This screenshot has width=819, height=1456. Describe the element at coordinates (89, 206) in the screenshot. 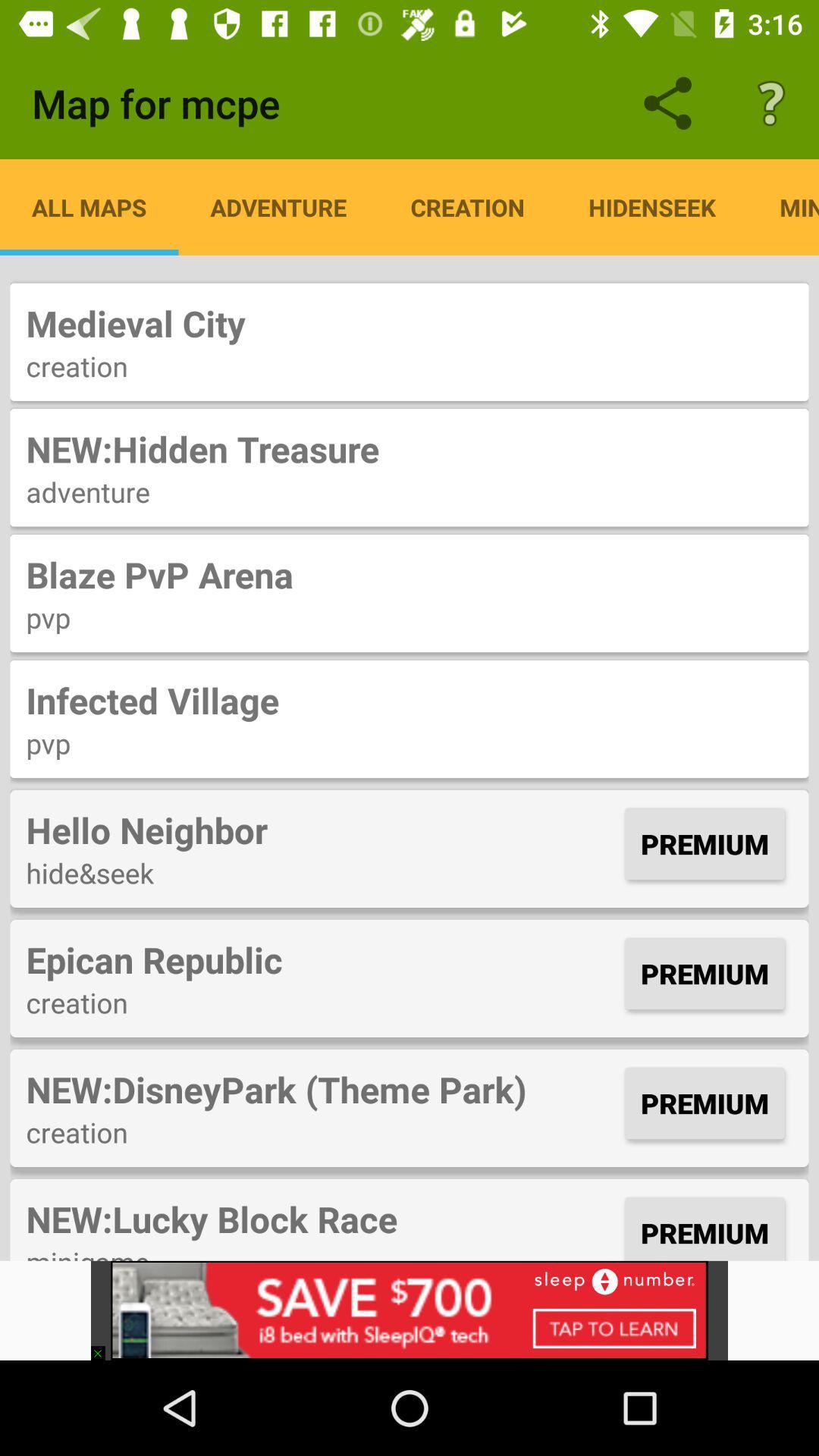

I see `app next to the adventure` at that location.